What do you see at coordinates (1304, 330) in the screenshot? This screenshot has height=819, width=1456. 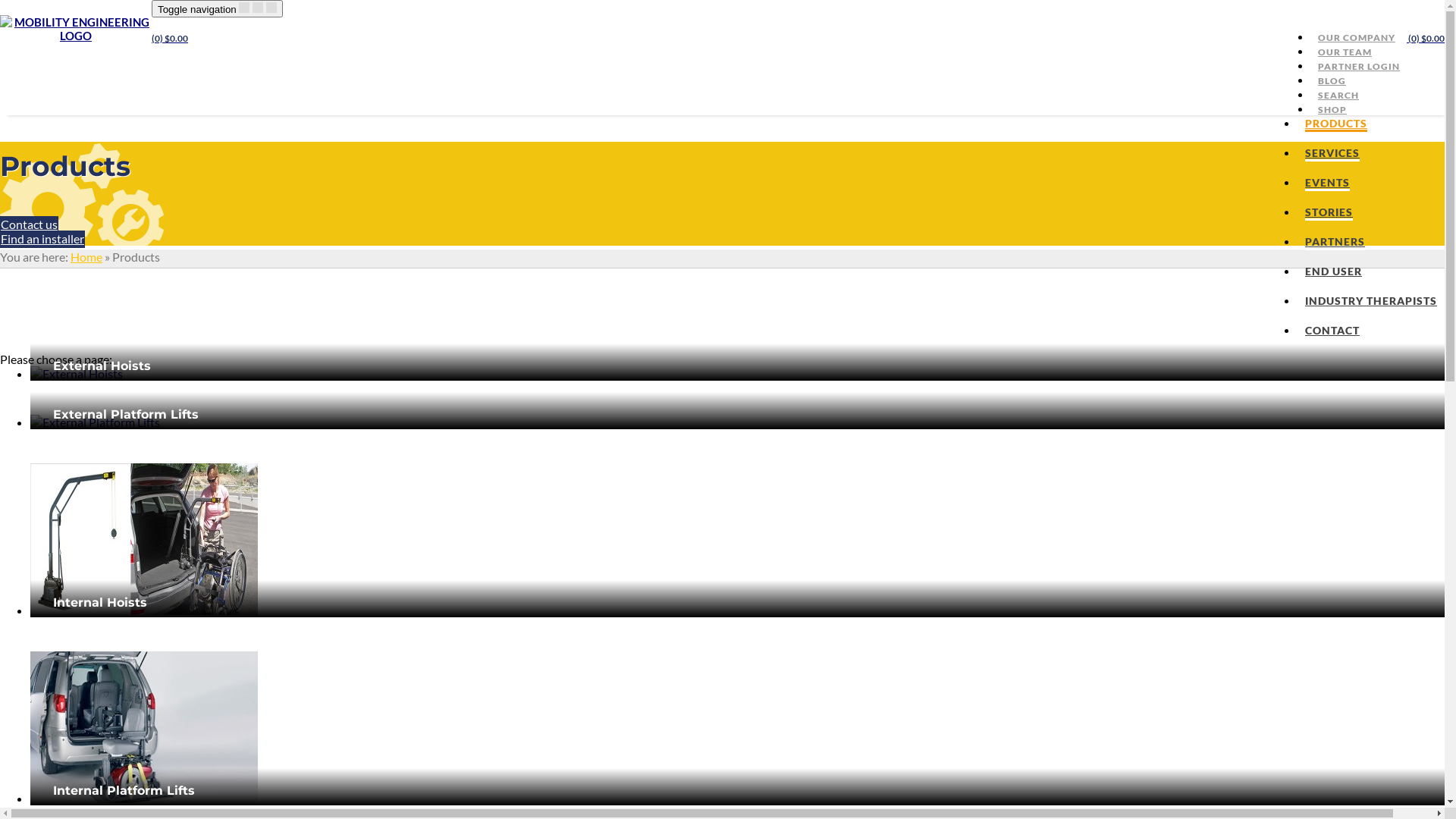 I see `'CONTACT'` at bounding box center [1304, 330].